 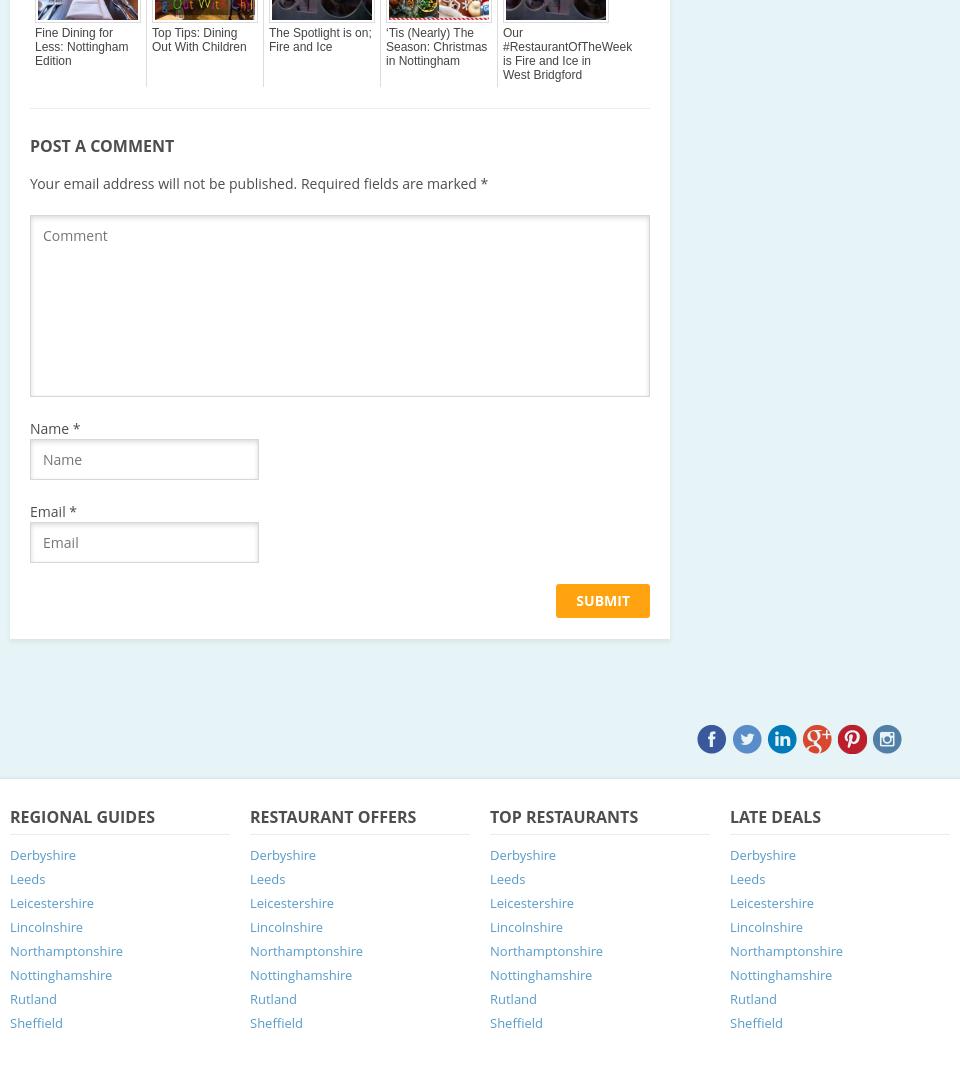 What do you see at coordinates (728, 815) in the screenshot?
I see `'Late Deals'` at bounding box center [728, 815].